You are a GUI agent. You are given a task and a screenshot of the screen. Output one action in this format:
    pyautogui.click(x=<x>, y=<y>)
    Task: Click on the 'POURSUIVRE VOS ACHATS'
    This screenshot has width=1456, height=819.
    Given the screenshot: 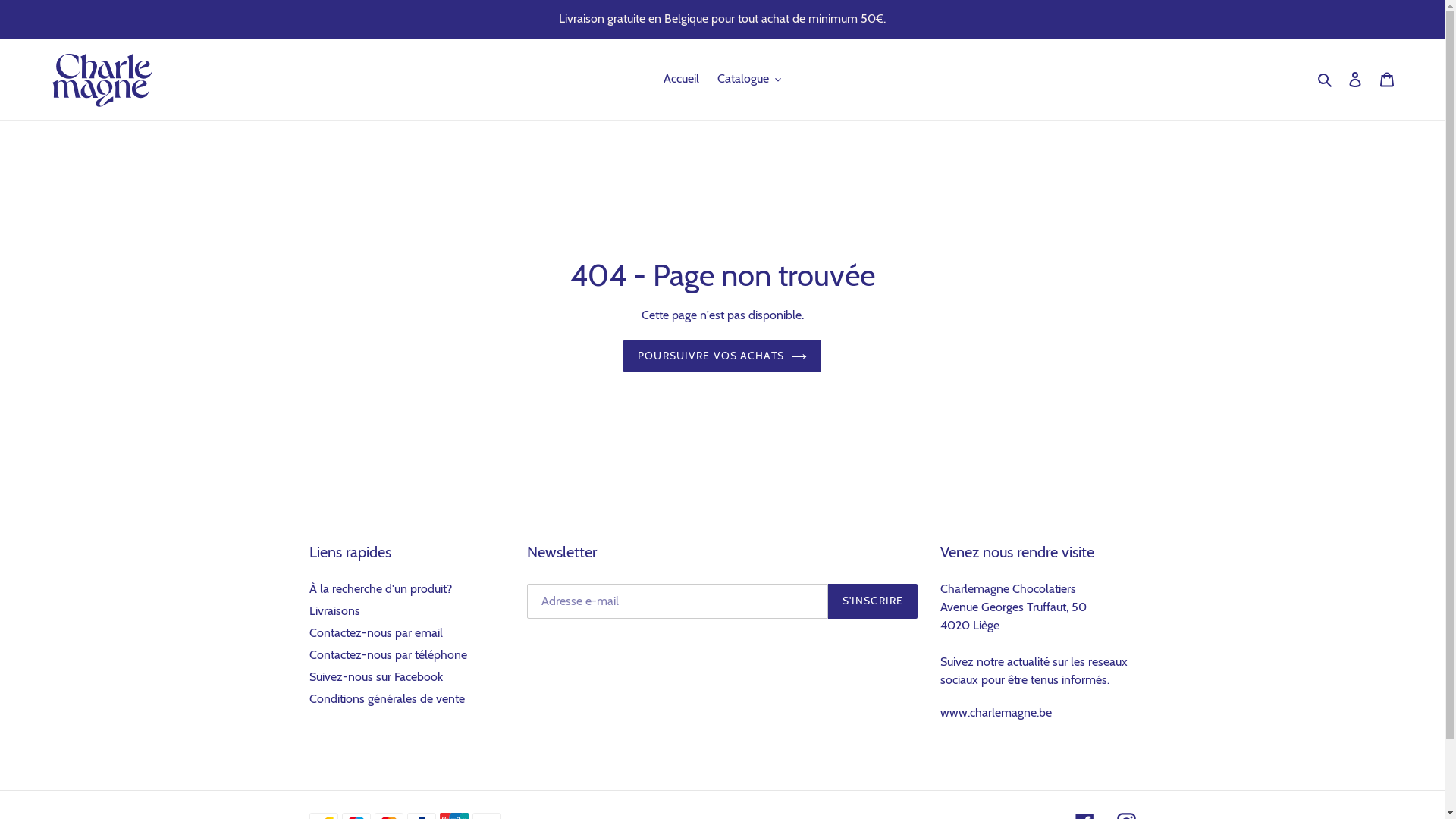 What is the action you would take?
    pyautogui.click(x=721, y=356)
    